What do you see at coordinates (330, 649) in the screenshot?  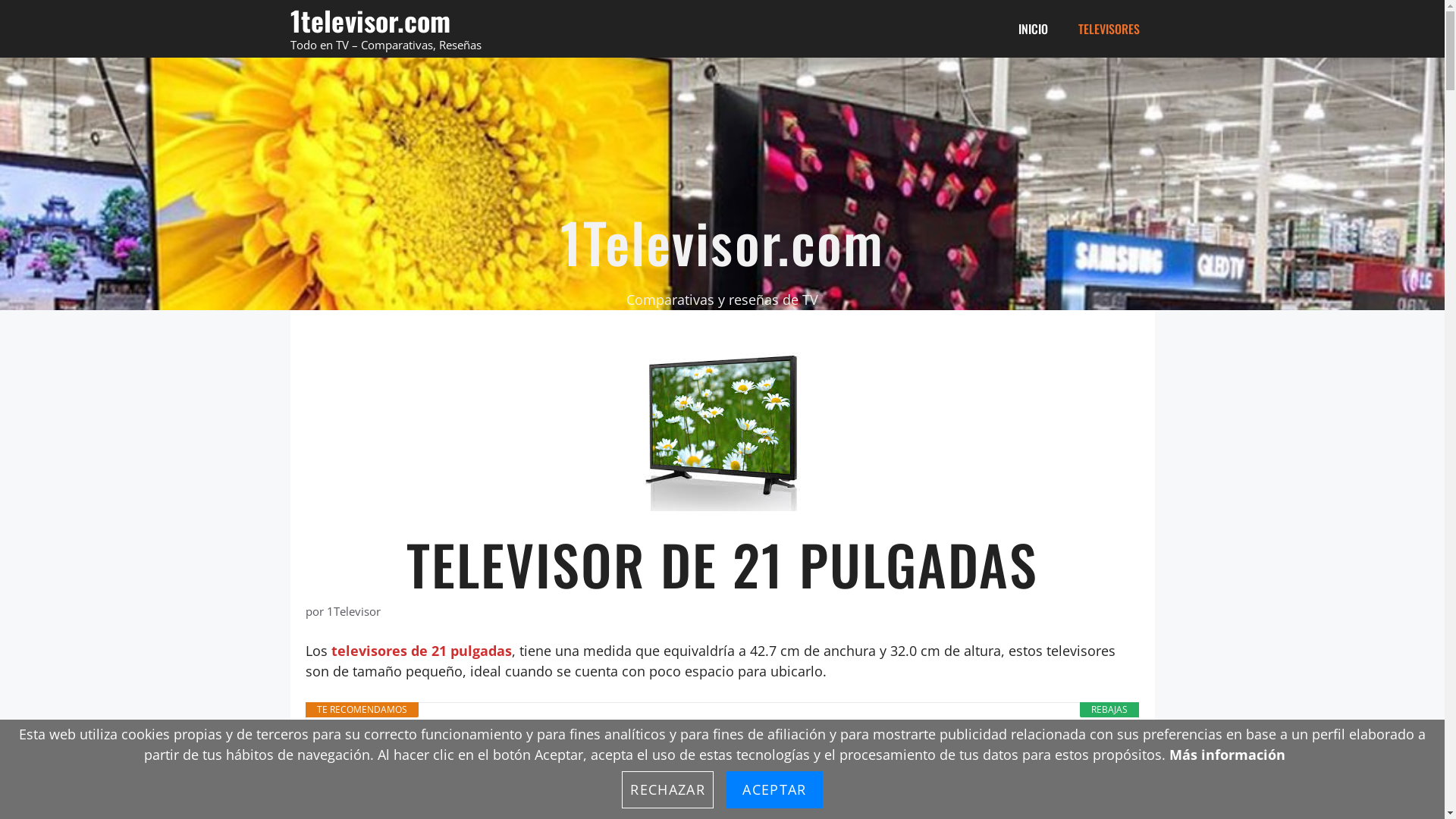 I see `'televisores de 21 pulgadas'` at bounding box center [330, 649].